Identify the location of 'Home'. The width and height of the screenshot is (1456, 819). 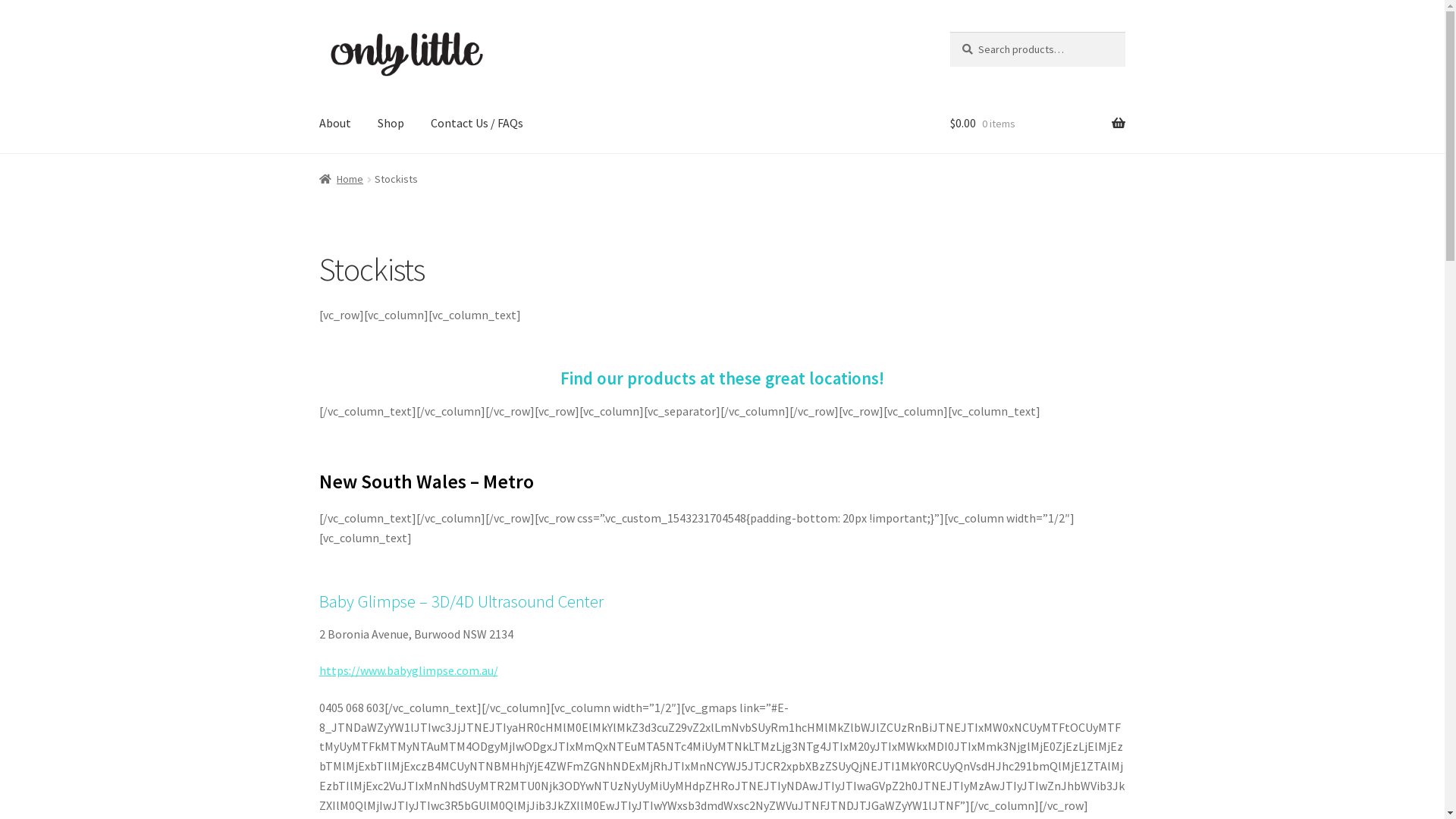
(340, 177).